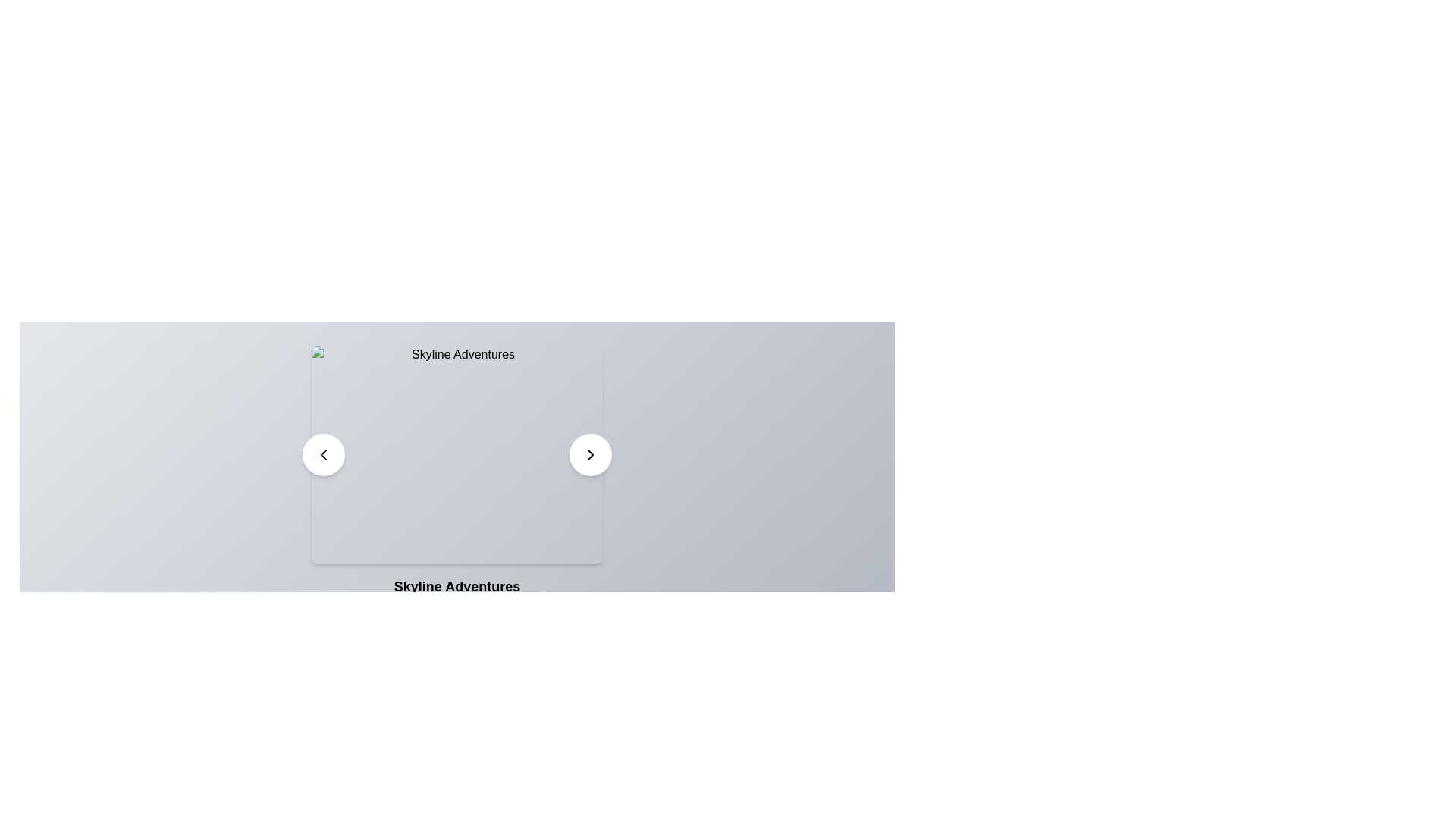 The image size is (1456, 819). I want to click on the right navigation button's icon, which features an arrow embedded within a circular button, so click(589, 454).